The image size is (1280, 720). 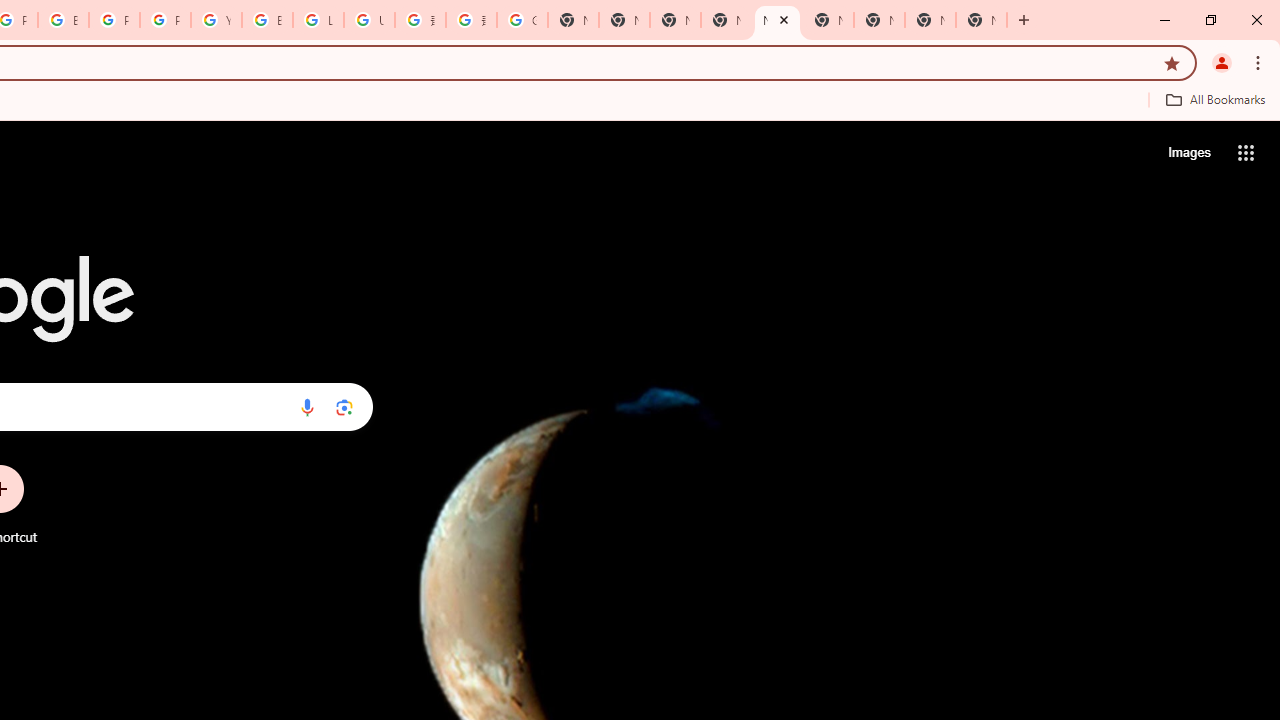 What do you see at coordinates (216, 20) in the screenshot?
I see `'YouTube'` at bounding box center [216, 20].